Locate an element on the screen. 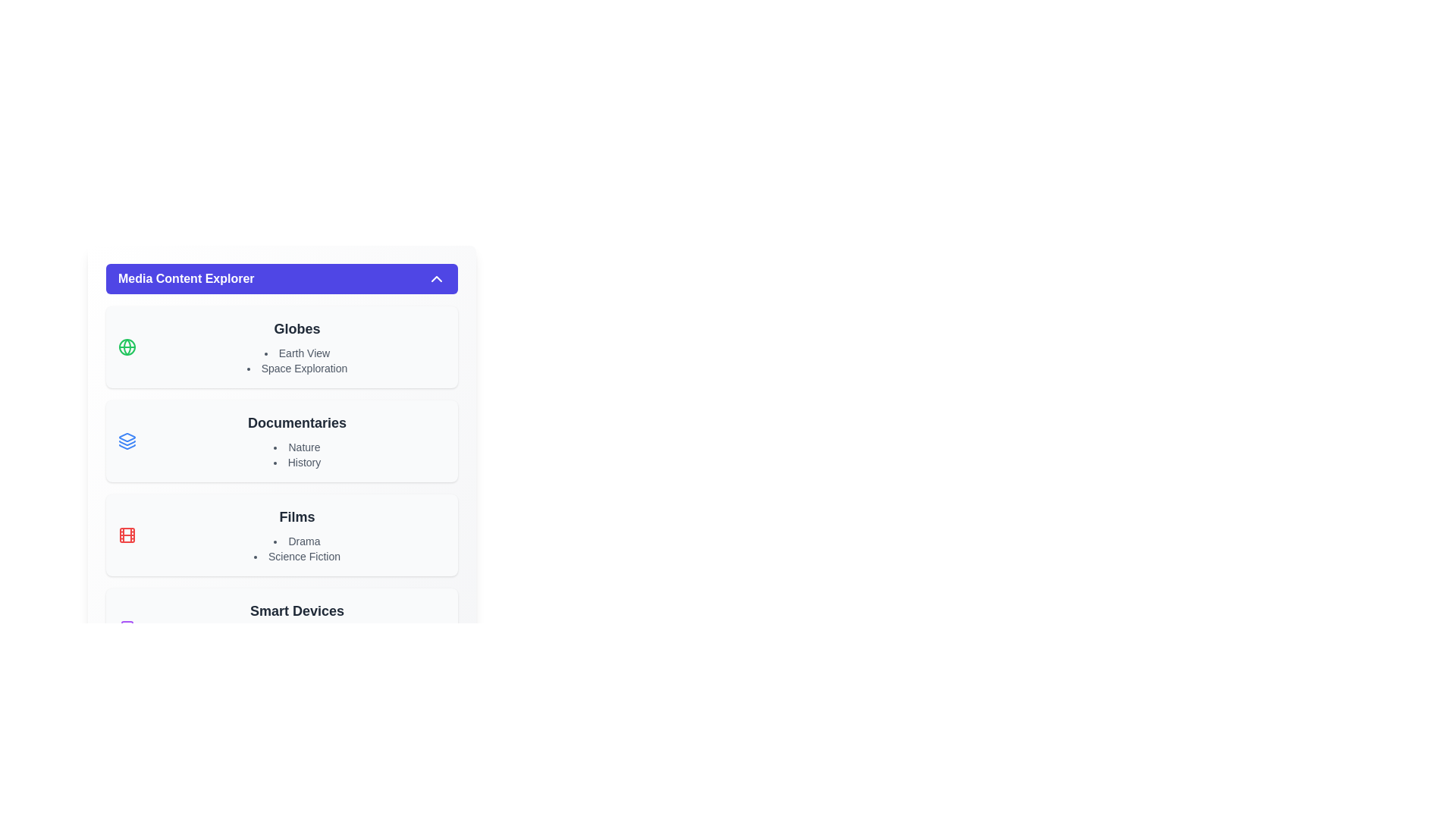  the chevron icon in the 'Media Content Explorer' header bar is located at coordinates (436, 278).